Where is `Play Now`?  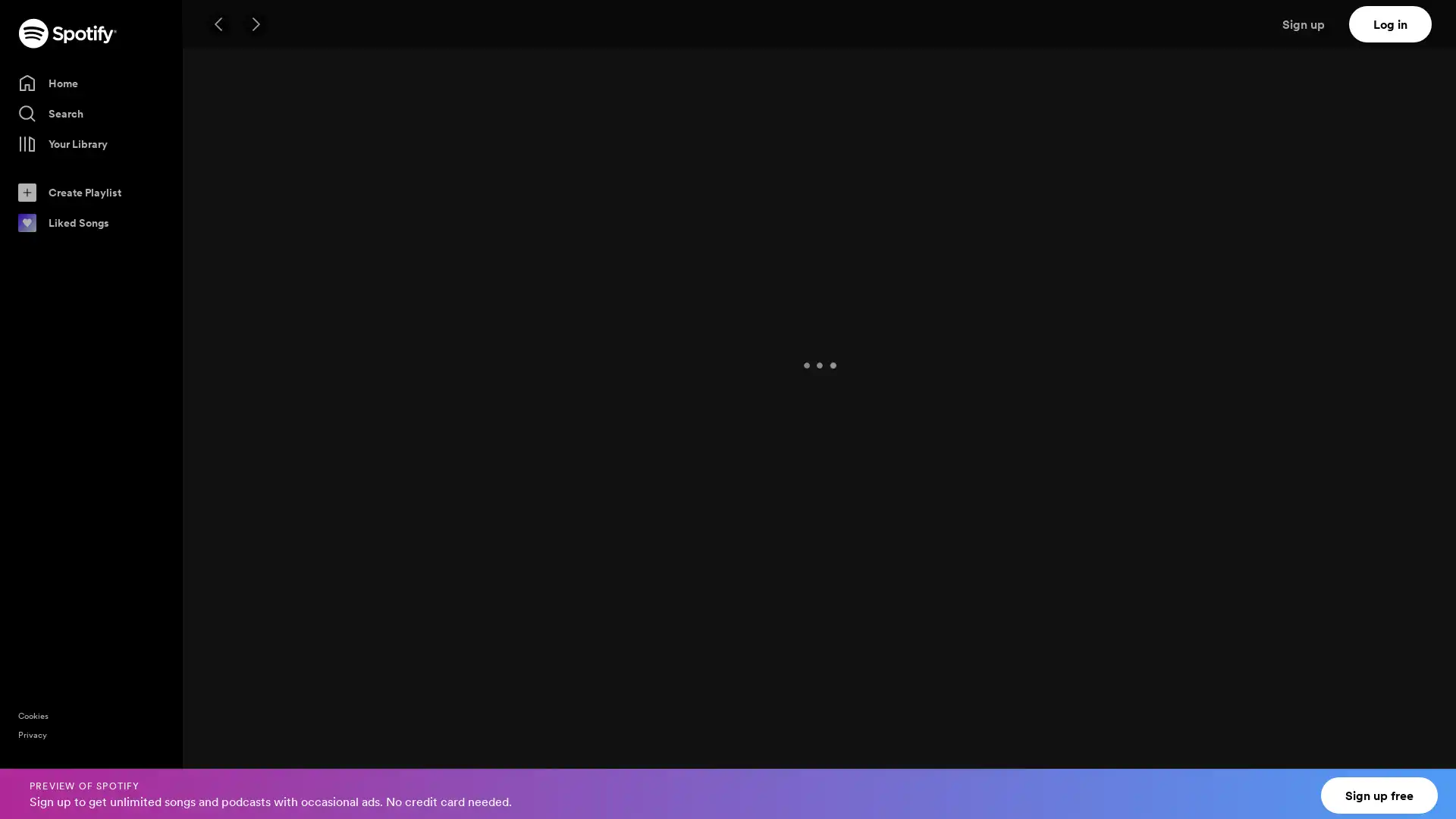
Play Now is located at coordinates (927, 461).